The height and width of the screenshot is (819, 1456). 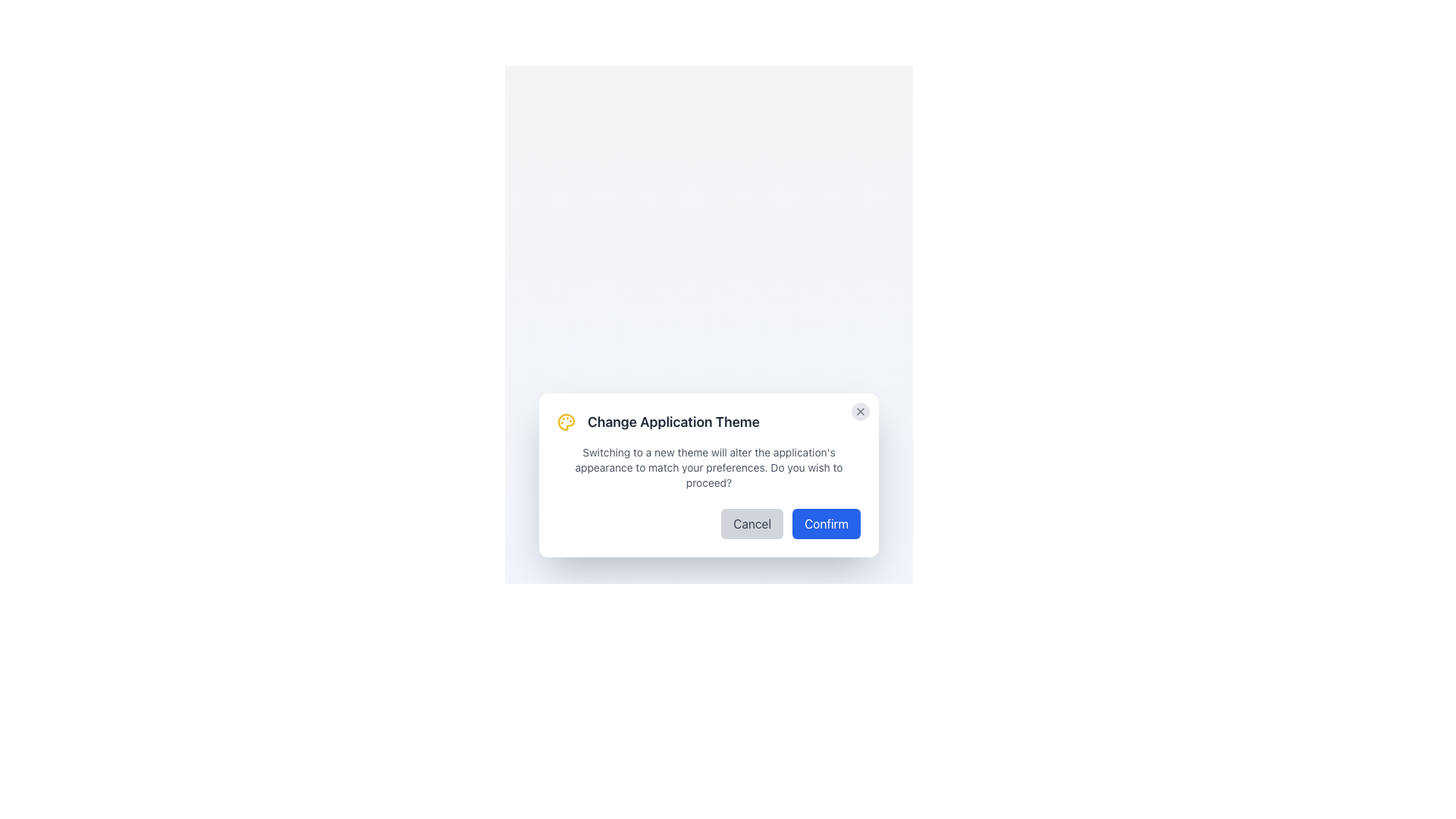 I want to click on the text block styled in gray, containing the message about switching themes, located below the title 'Change Application Theme' in the modal dialog, so click(x=708, y=467).